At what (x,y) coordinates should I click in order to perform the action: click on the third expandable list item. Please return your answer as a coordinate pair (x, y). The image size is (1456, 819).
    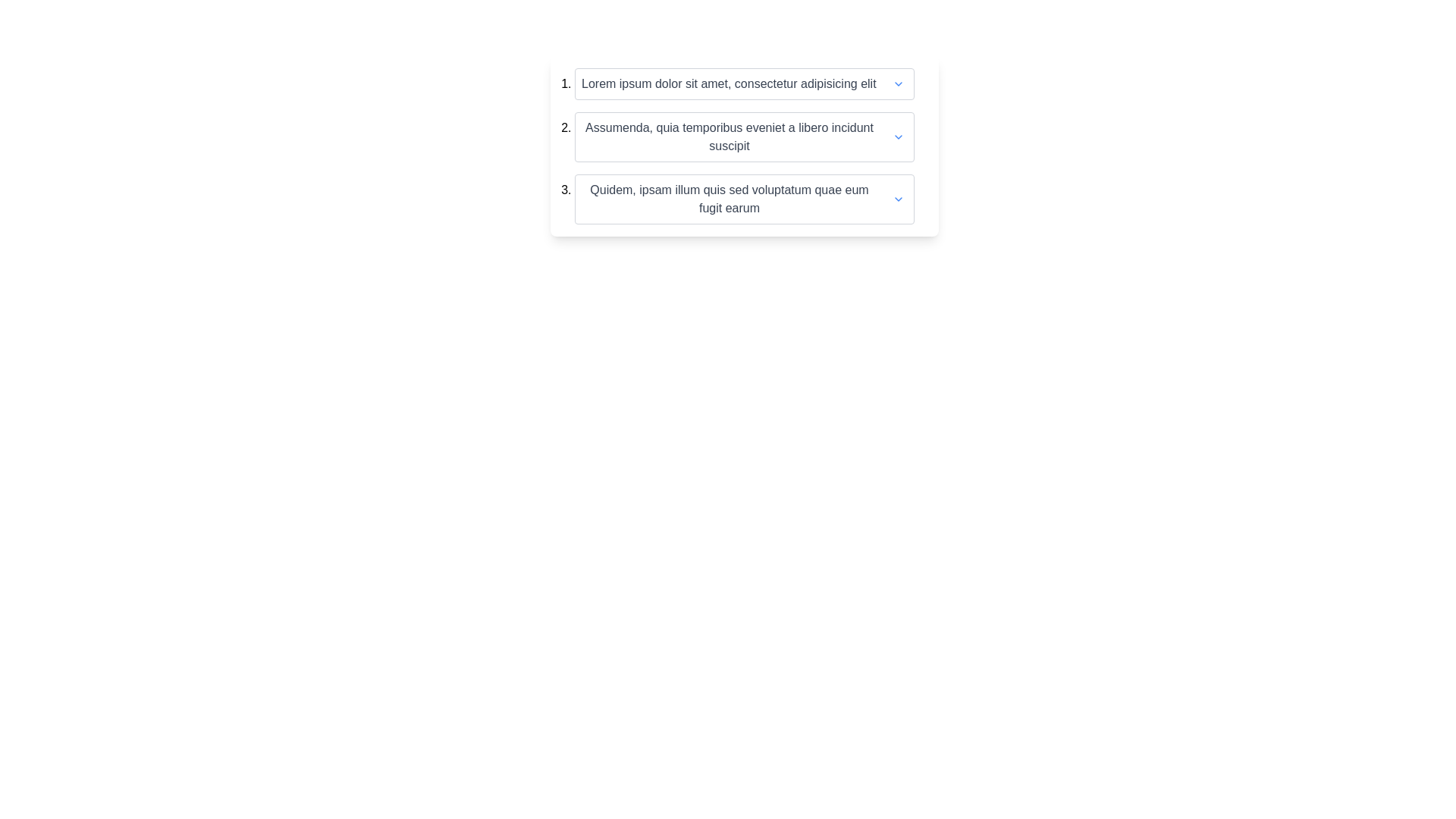
    Looking at the image, I should click on (745, 198).